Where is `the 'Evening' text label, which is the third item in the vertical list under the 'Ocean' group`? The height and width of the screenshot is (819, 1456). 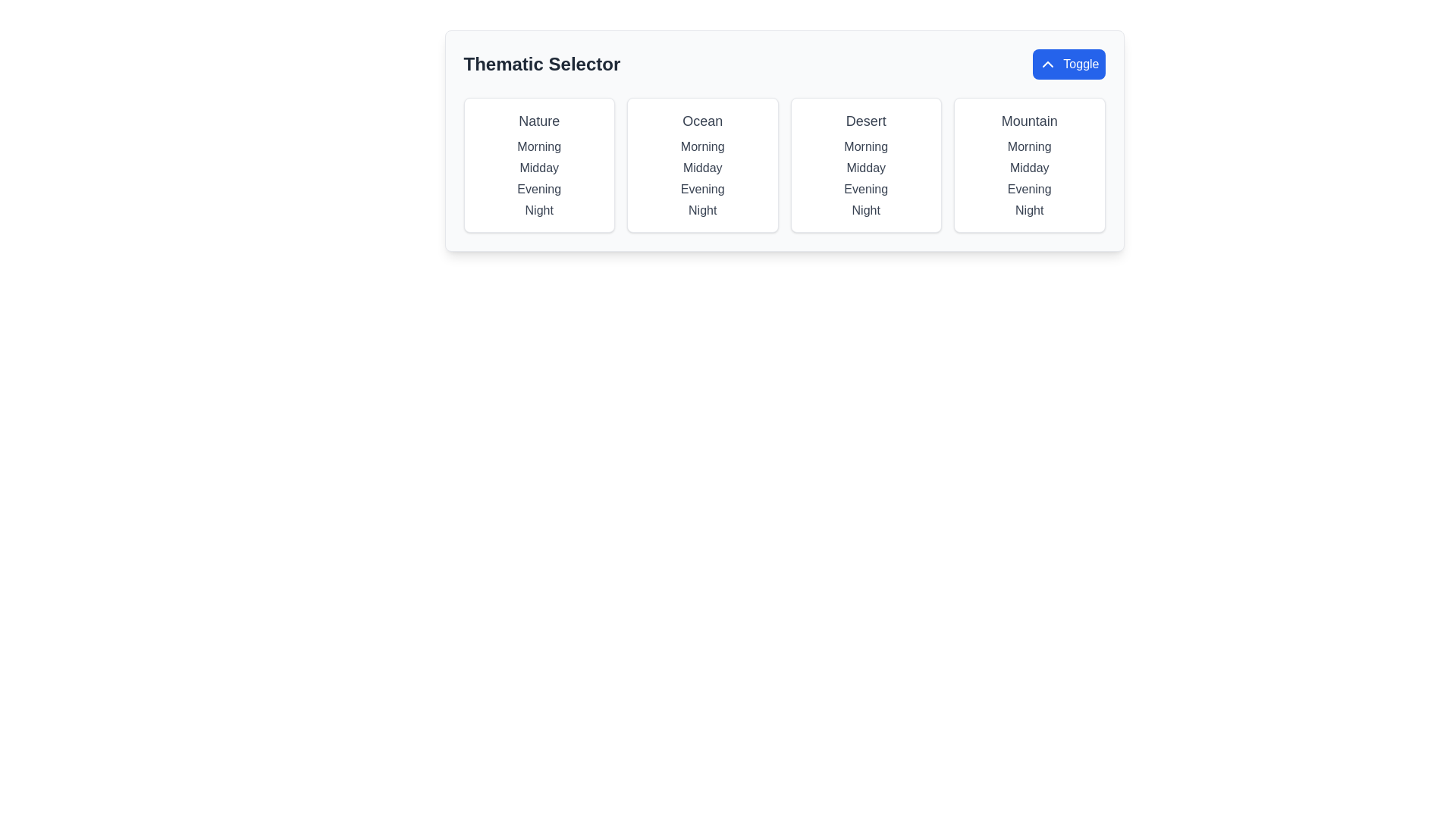
the 'Evening' text label, which is the third item in the vertical list under the 'Ocean' group is located at coordinates (701, 189).